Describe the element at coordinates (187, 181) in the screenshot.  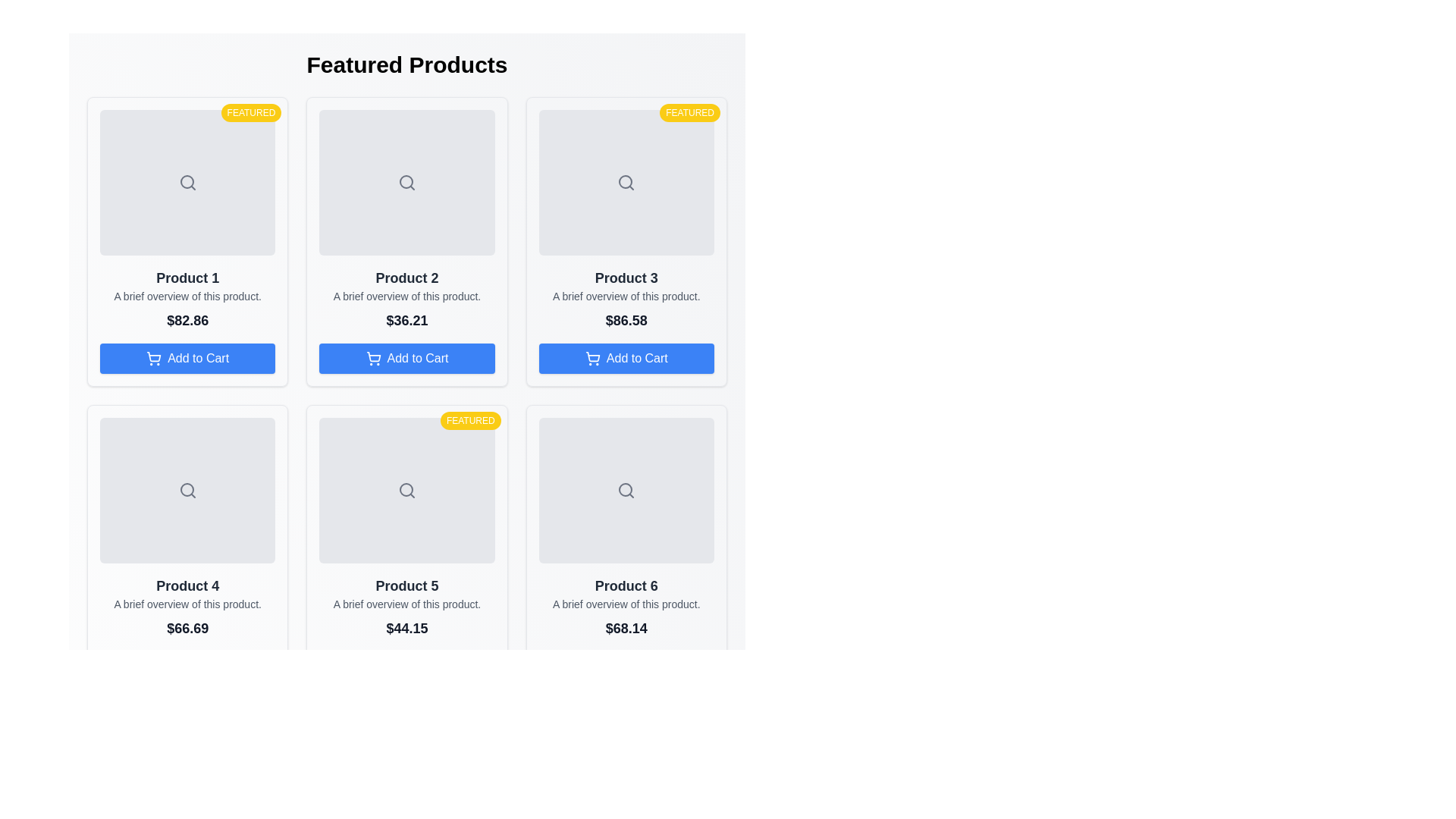
I see `the image placeholder element located at the top-left of the grid layout under the title 'Featured Products', featuring a magnifying glass icon in its center` at that location.